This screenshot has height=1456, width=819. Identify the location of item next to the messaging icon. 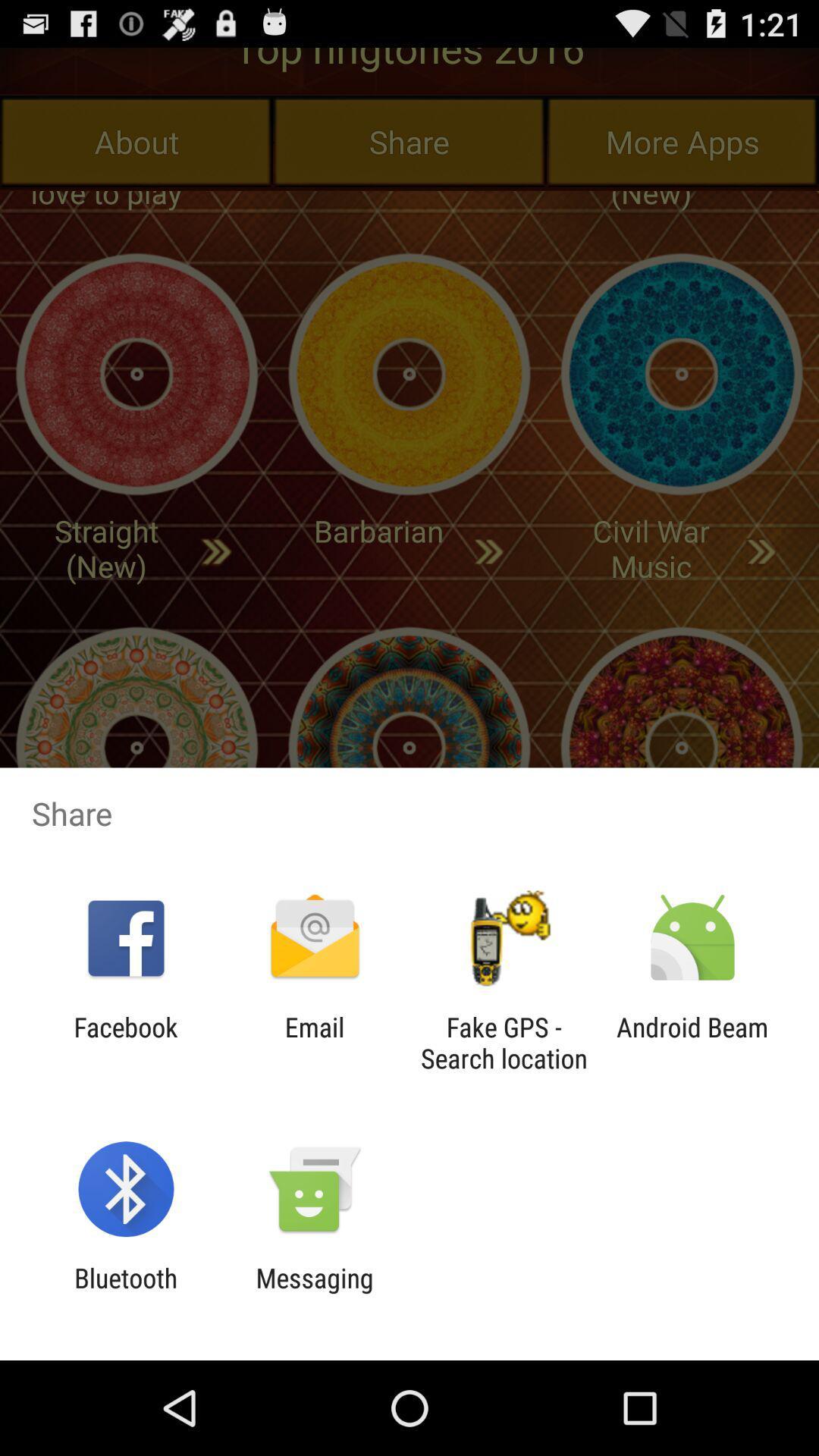
(125, 1293).